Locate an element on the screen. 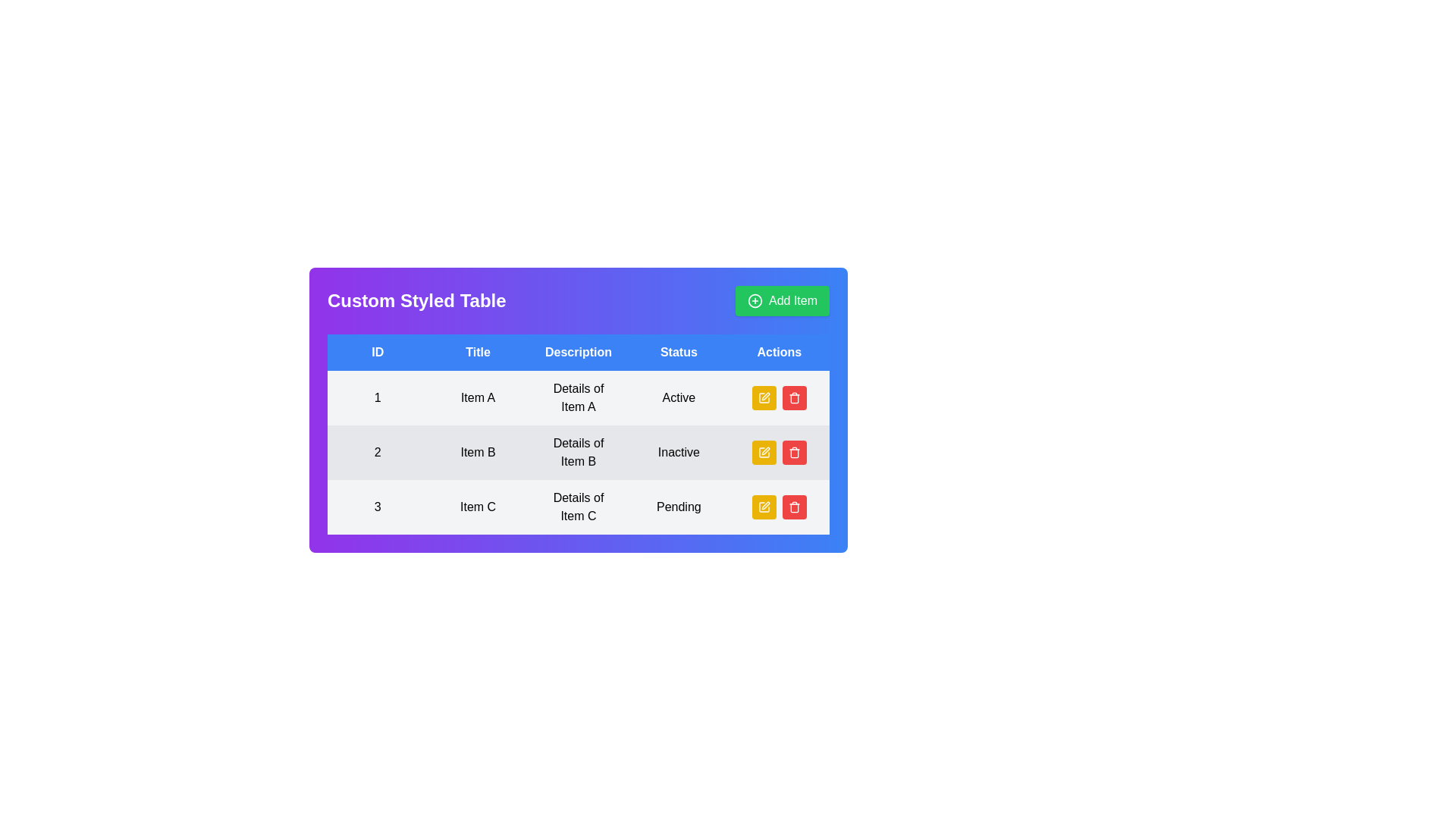  the button located in the top-right corner of the 'Custom Styled Table' header is located at coordinates (783, 301).